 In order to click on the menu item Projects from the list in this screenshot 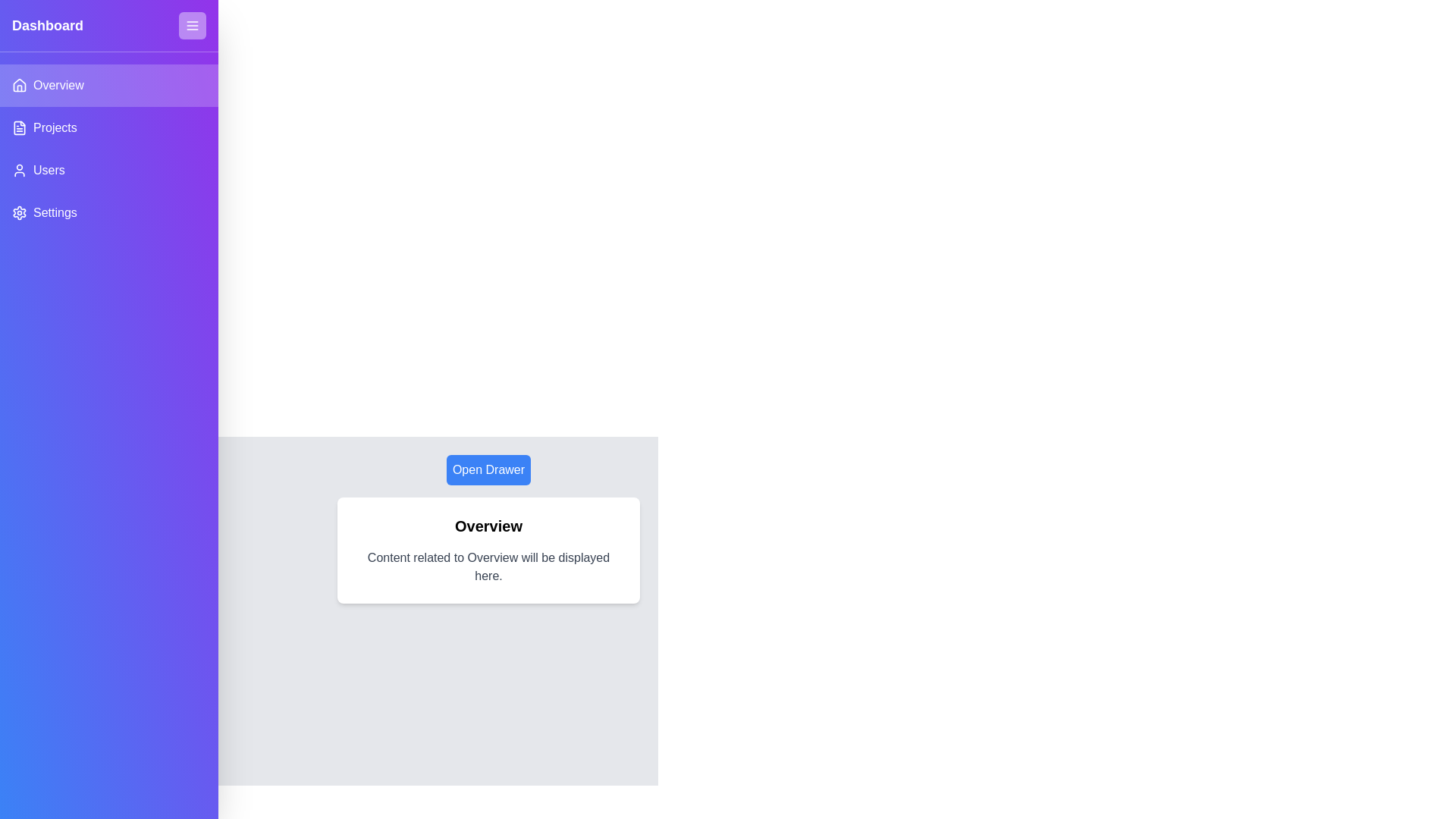, I will do `click(108, 127)`.